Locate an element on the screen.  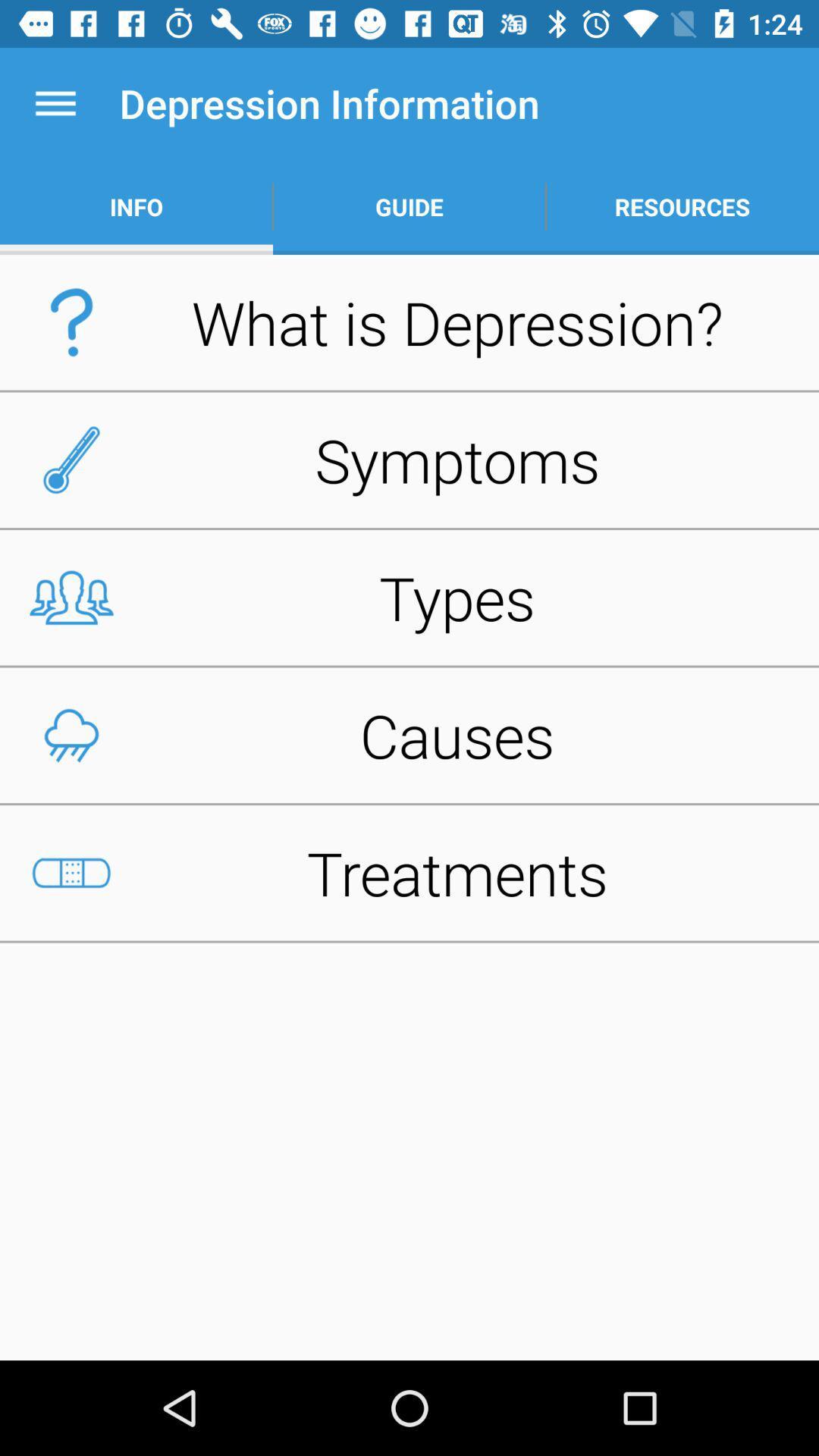
the item below the depression information icon is located at coordinates (409, 206).